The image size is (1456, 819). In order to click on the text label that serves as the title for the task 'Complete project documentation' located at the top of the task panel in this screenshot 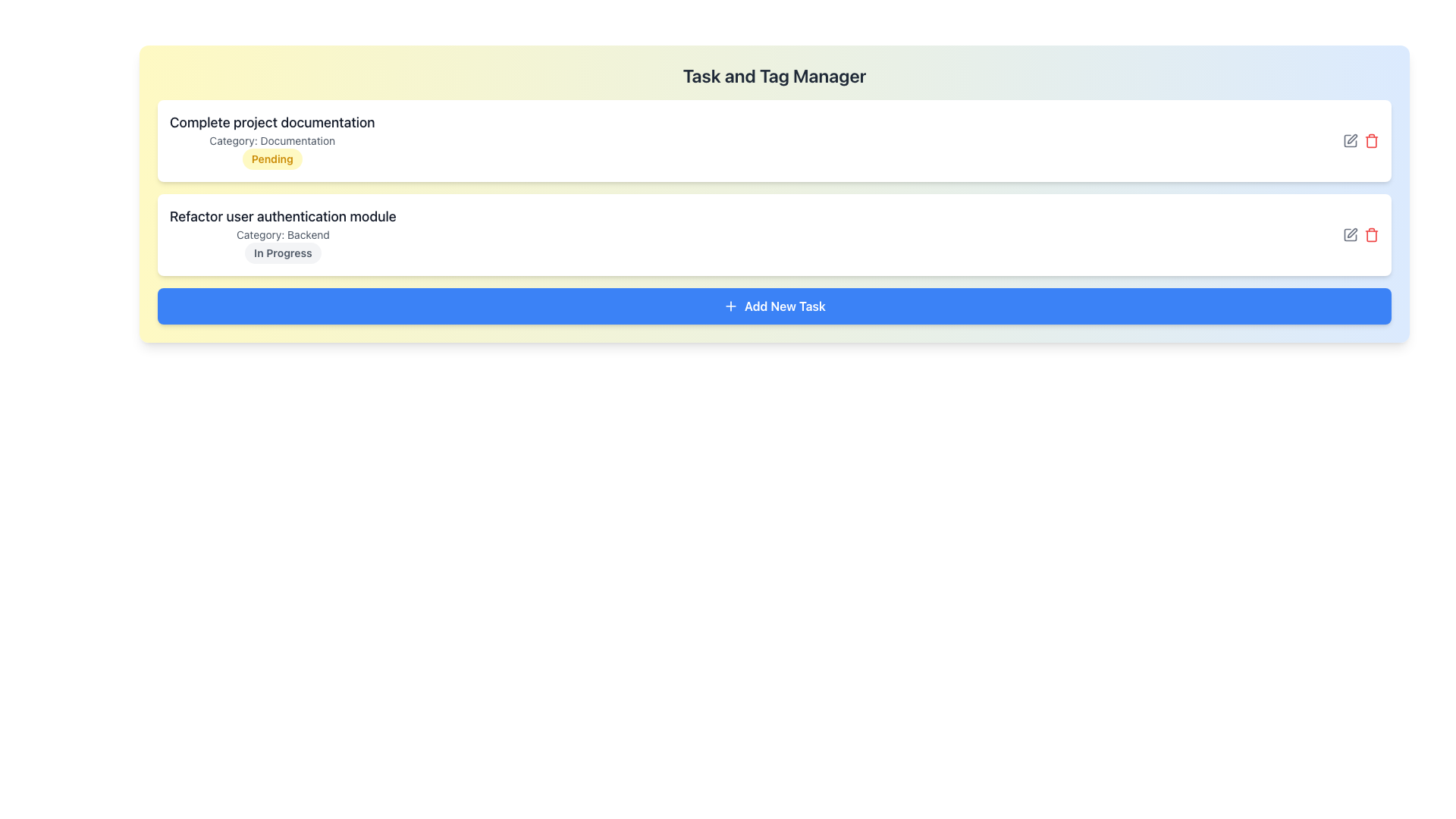, I will do `click(272, 122)`.